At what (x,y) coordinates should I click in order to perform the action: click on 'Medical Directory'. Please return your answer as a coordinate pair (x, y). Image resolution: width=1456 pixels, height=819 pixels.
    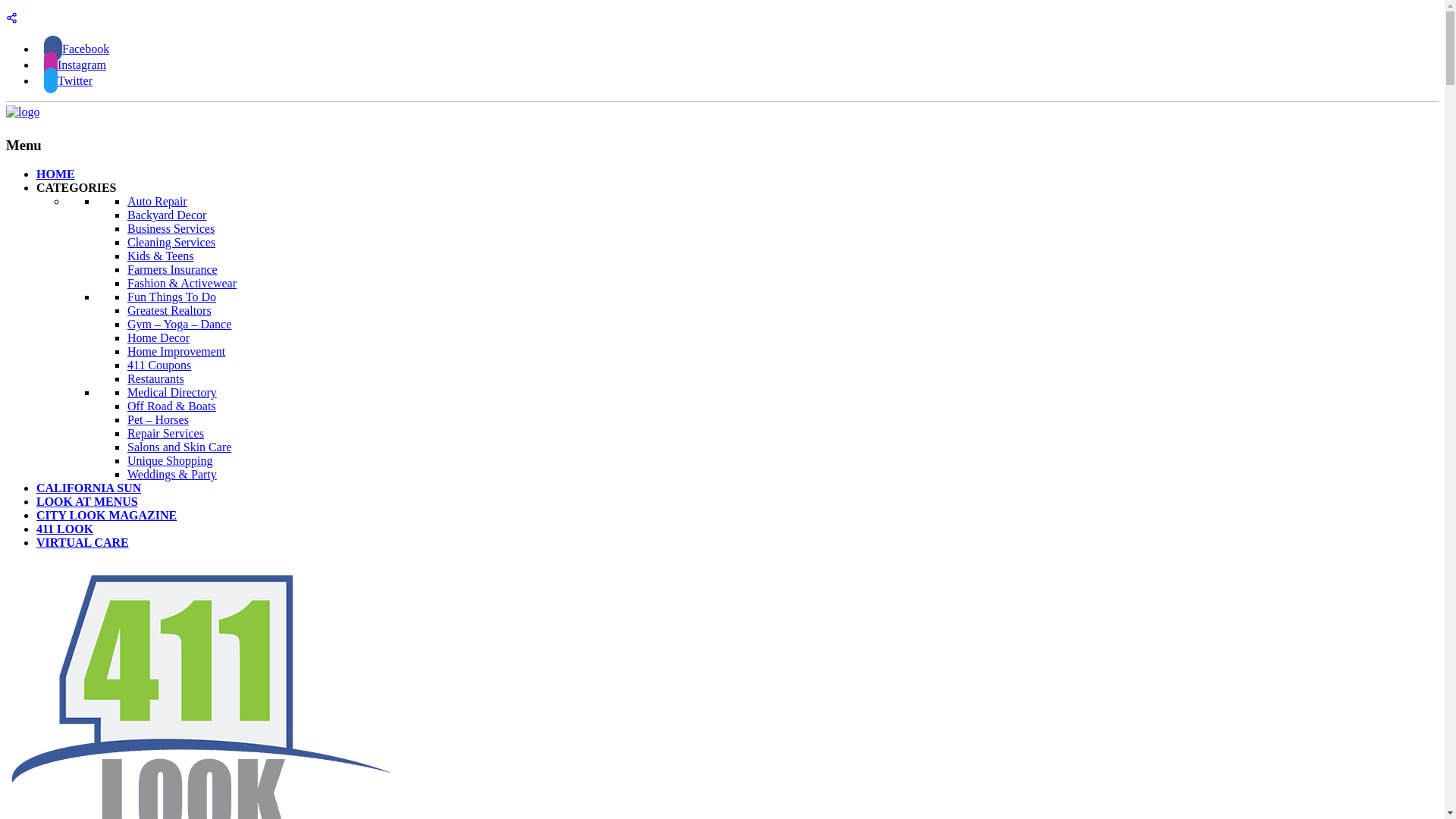
    Looking at the image, I should click on (171, 391).